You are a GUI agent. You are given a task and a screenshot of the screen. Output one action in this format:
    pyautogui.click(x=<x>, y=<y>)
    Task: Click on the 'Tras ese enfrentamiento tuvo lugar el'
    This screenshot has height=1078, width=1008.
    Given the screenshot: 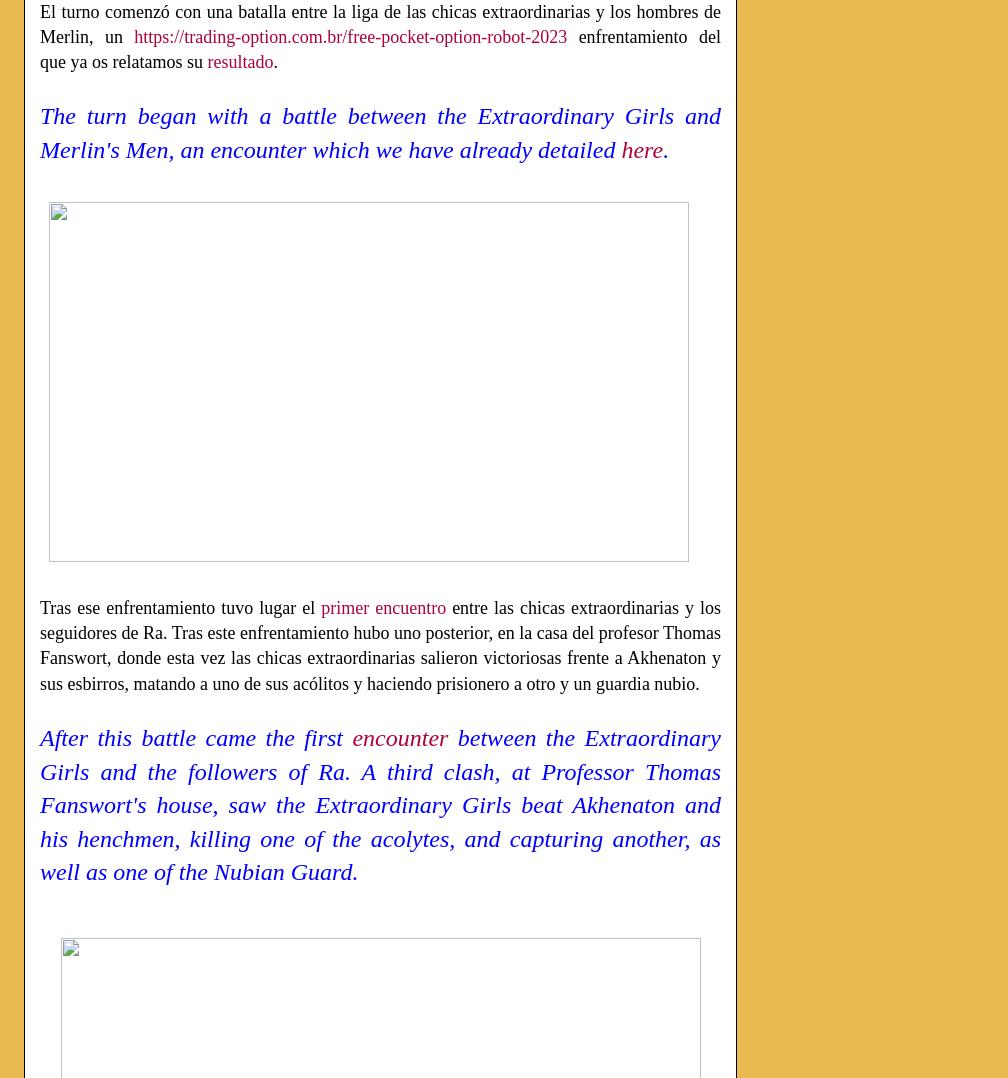 What is the action you would take?
    pyautogui.click(x=40, y=607)
    